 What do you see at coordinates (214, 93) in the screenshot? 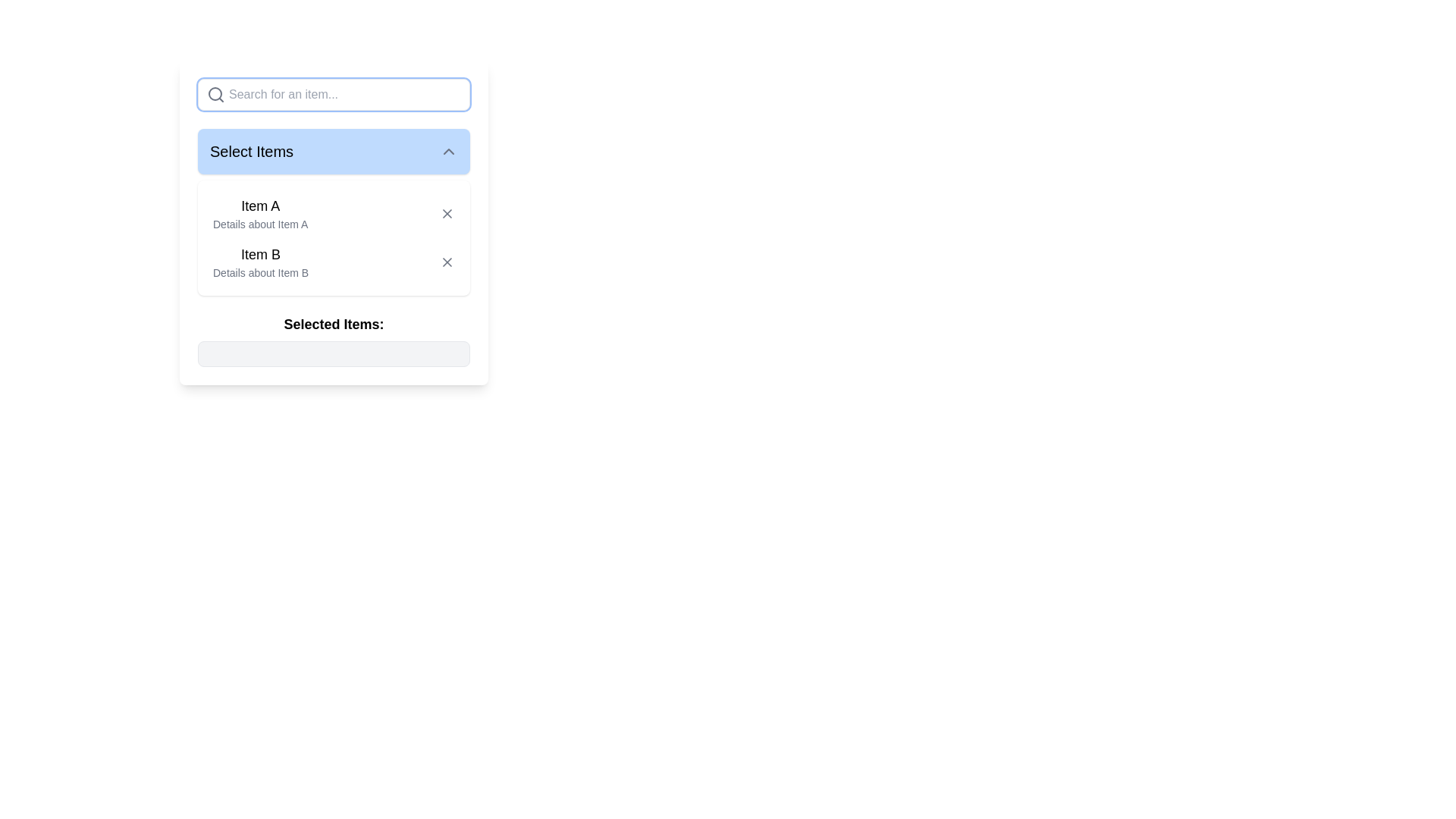
I see `the left-most circular part of the magnifying glass icon representing the search function located at the beginning of the search bar` at bounding box center [214, 93].